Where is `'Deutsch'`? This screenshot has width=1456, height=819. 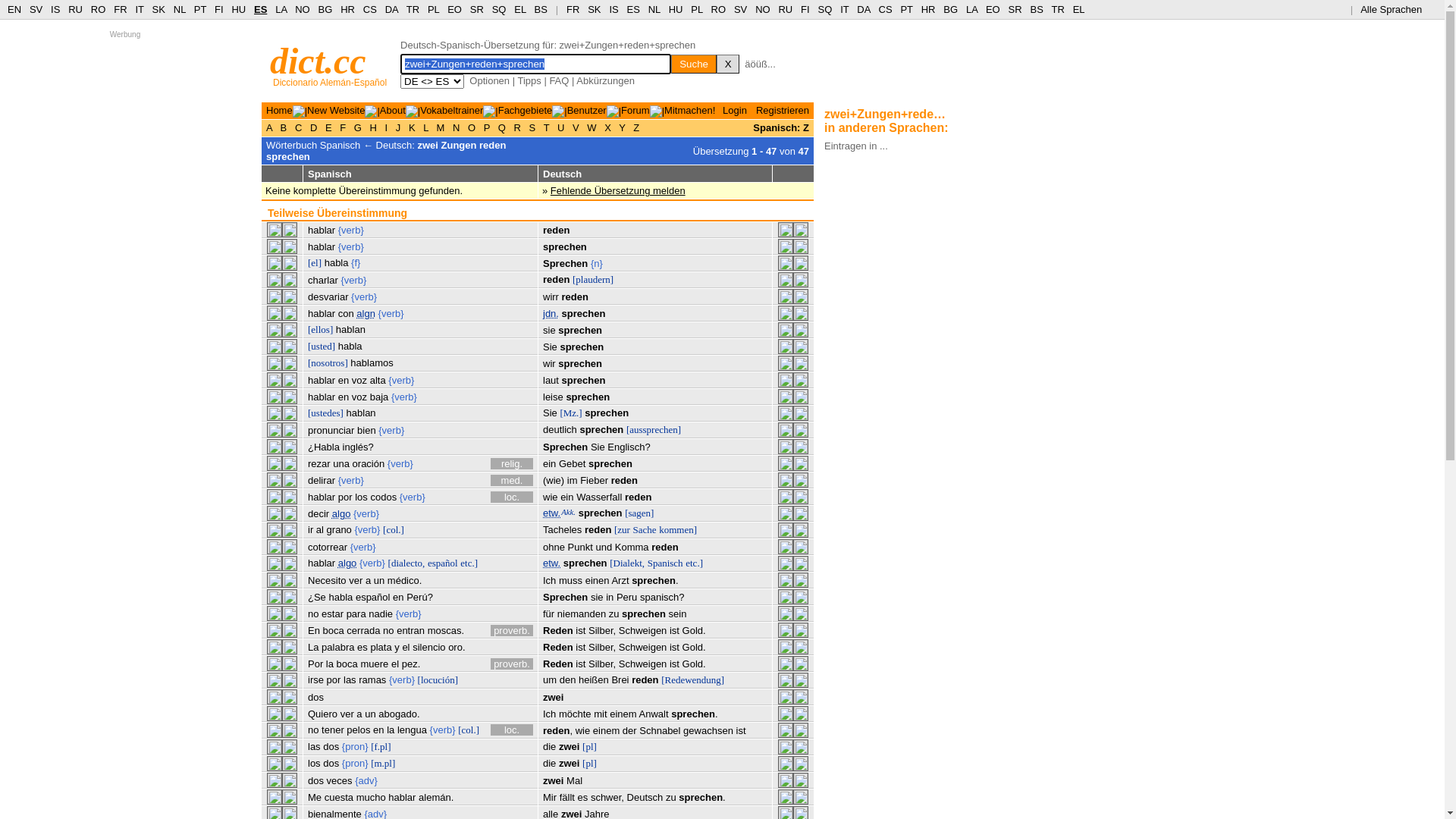
'Deutsch' is located at coordinates (645, 796).